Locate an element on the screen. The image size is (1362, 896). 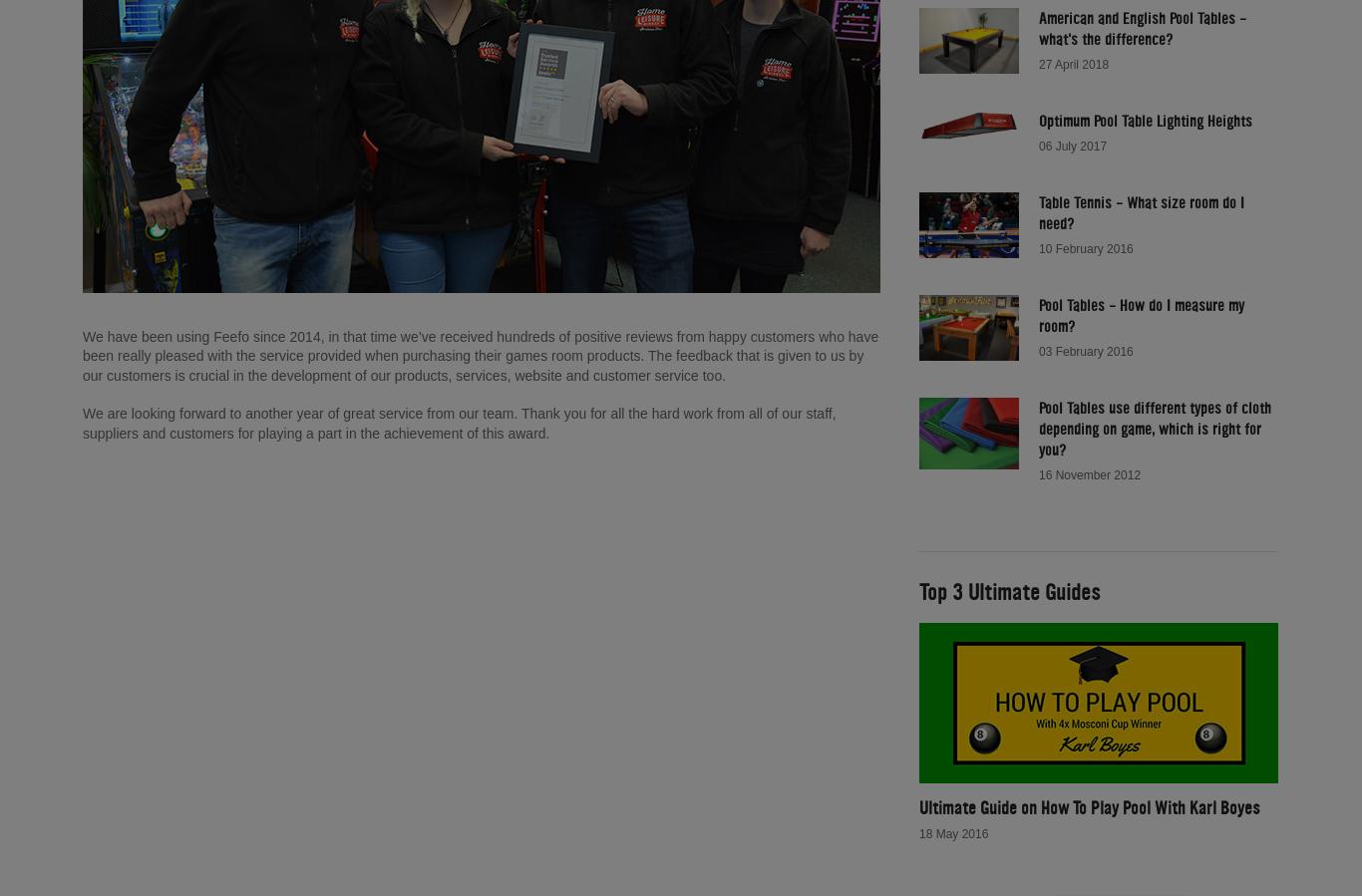
'We have been using Feefo since 2014, in that time we’ve received hundreds of positive reviews from happy customers who have been really pleased with the service provided when purchasing their games room products. The feedback that is given to us by our customers is crucial in the development of our products, services, website and customer service too.' is located at coordinates (481, 354).